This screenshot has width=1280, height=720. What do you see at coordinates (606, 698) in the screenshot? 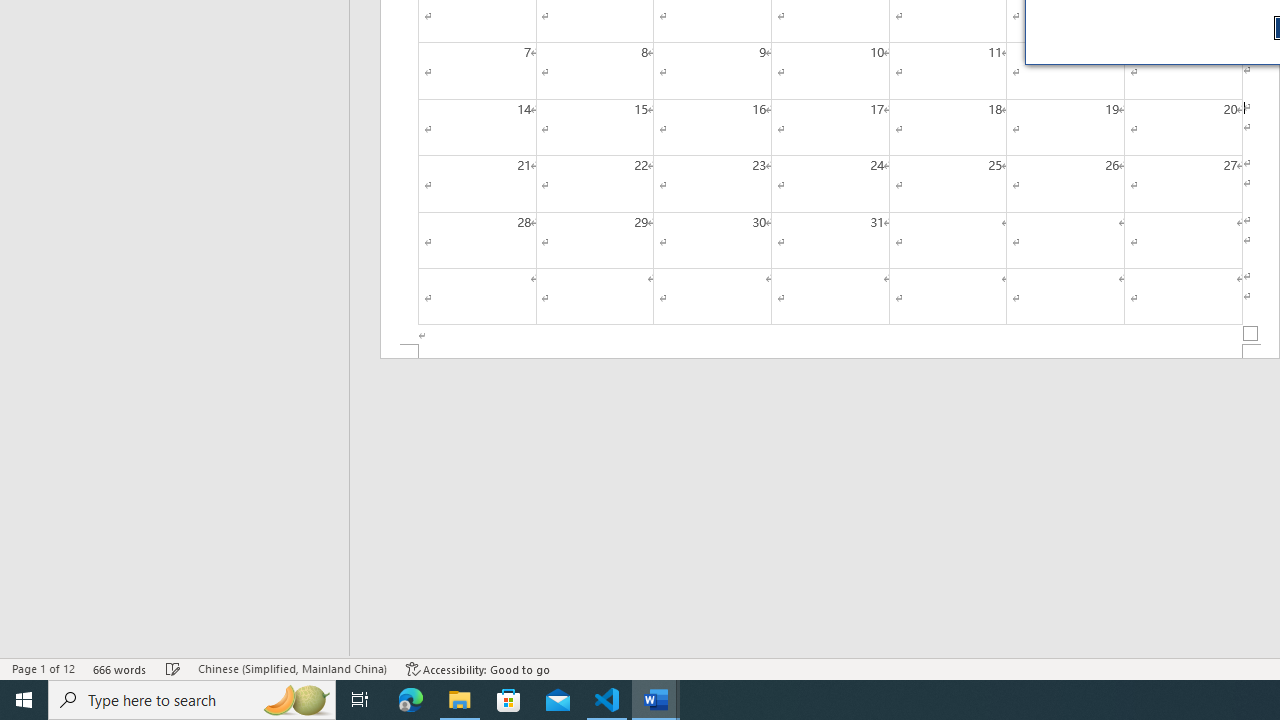
I see `'Visual Studio Code - 1 running window'` at bounding box center [606, 698].